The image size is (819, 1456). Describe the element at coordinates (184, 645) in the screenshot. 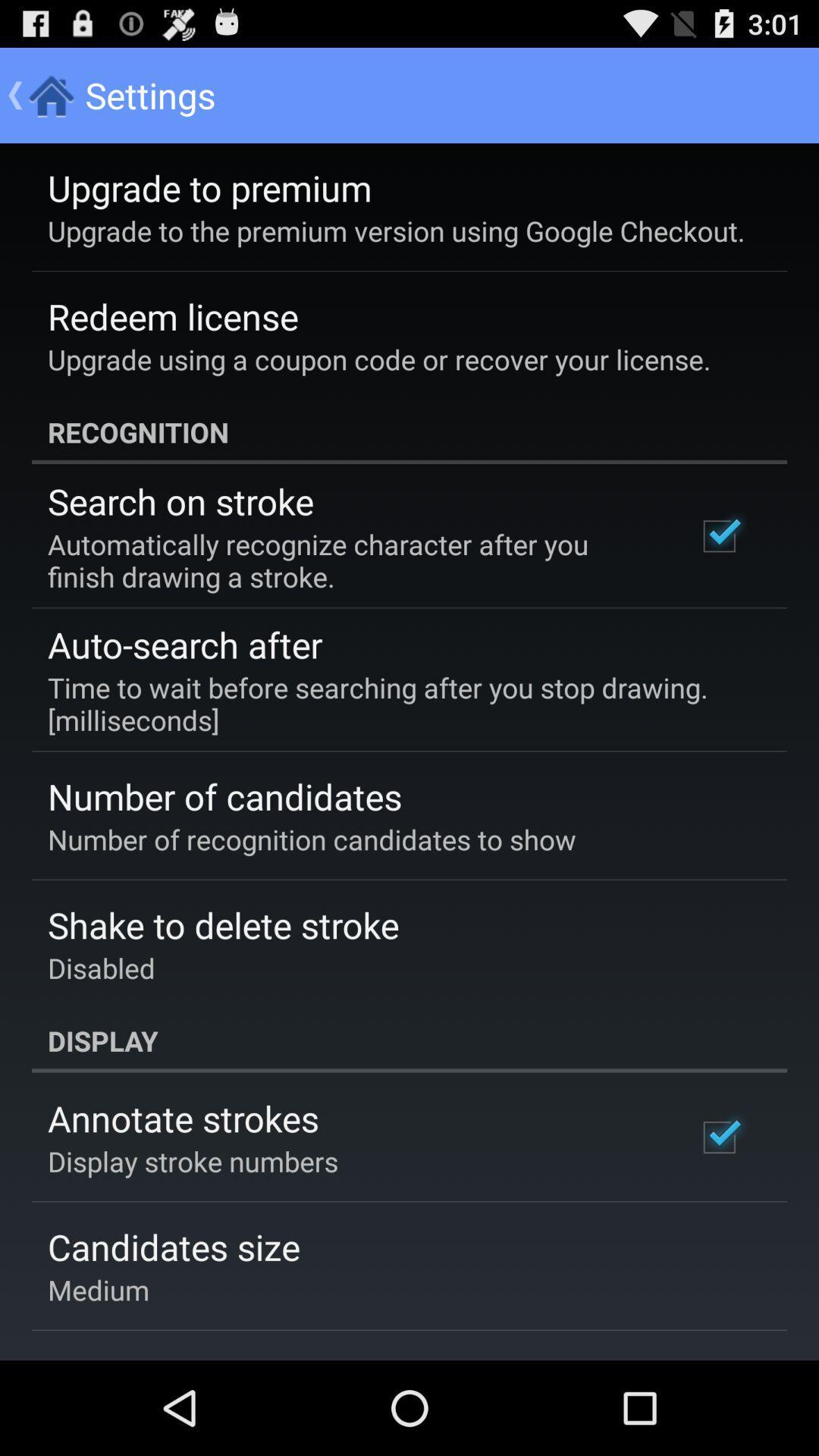

I see `the auto-search after` at that location.